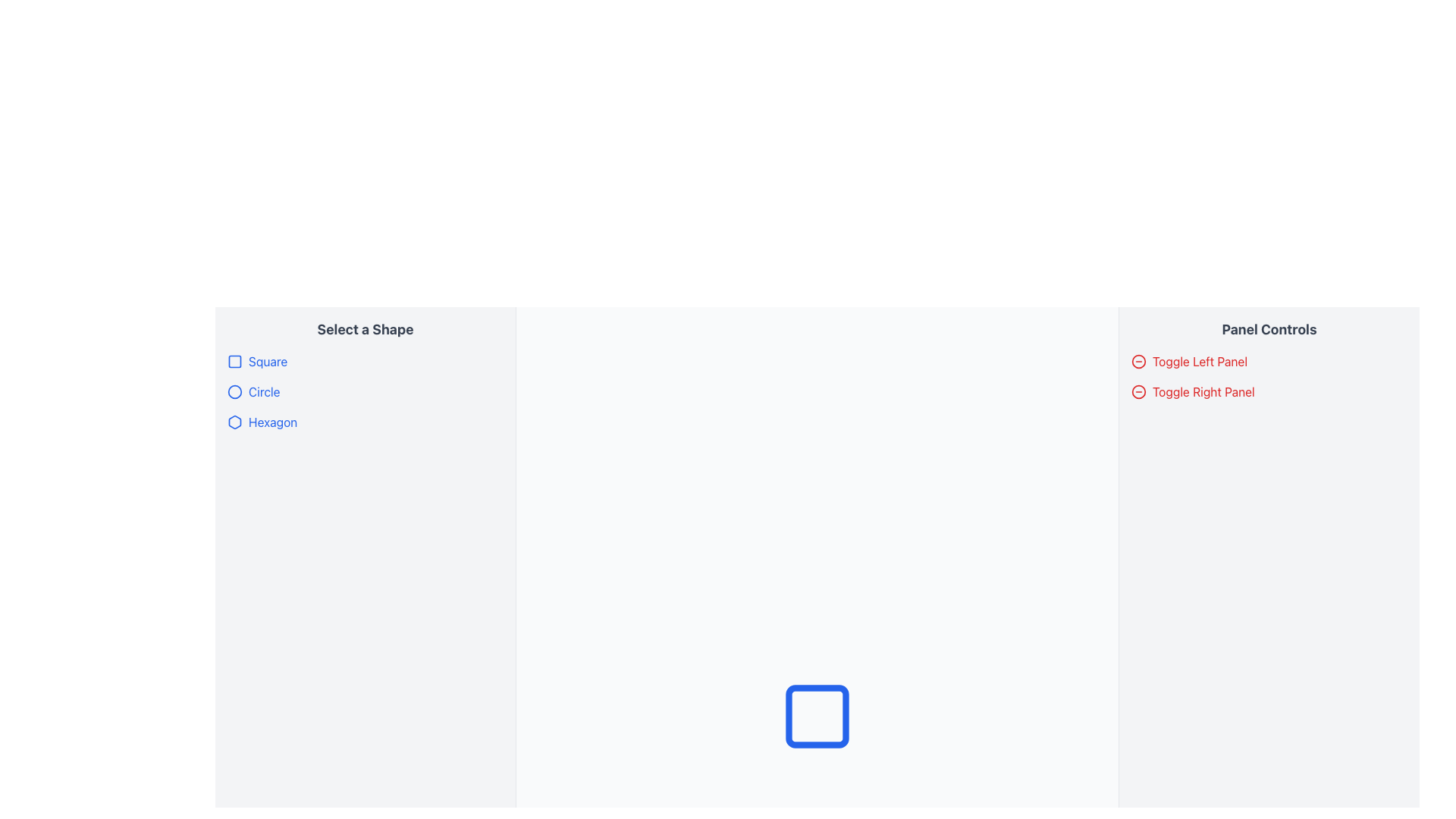  What do you see at coordinates (1139, 391) in the screenshot?
I see `the SVG circle element, which is a small circular graphic located under the 'Toggle Left Panel' text in the 'Panel Controls' section, by using related controls` at bounding box center [1139, 391].